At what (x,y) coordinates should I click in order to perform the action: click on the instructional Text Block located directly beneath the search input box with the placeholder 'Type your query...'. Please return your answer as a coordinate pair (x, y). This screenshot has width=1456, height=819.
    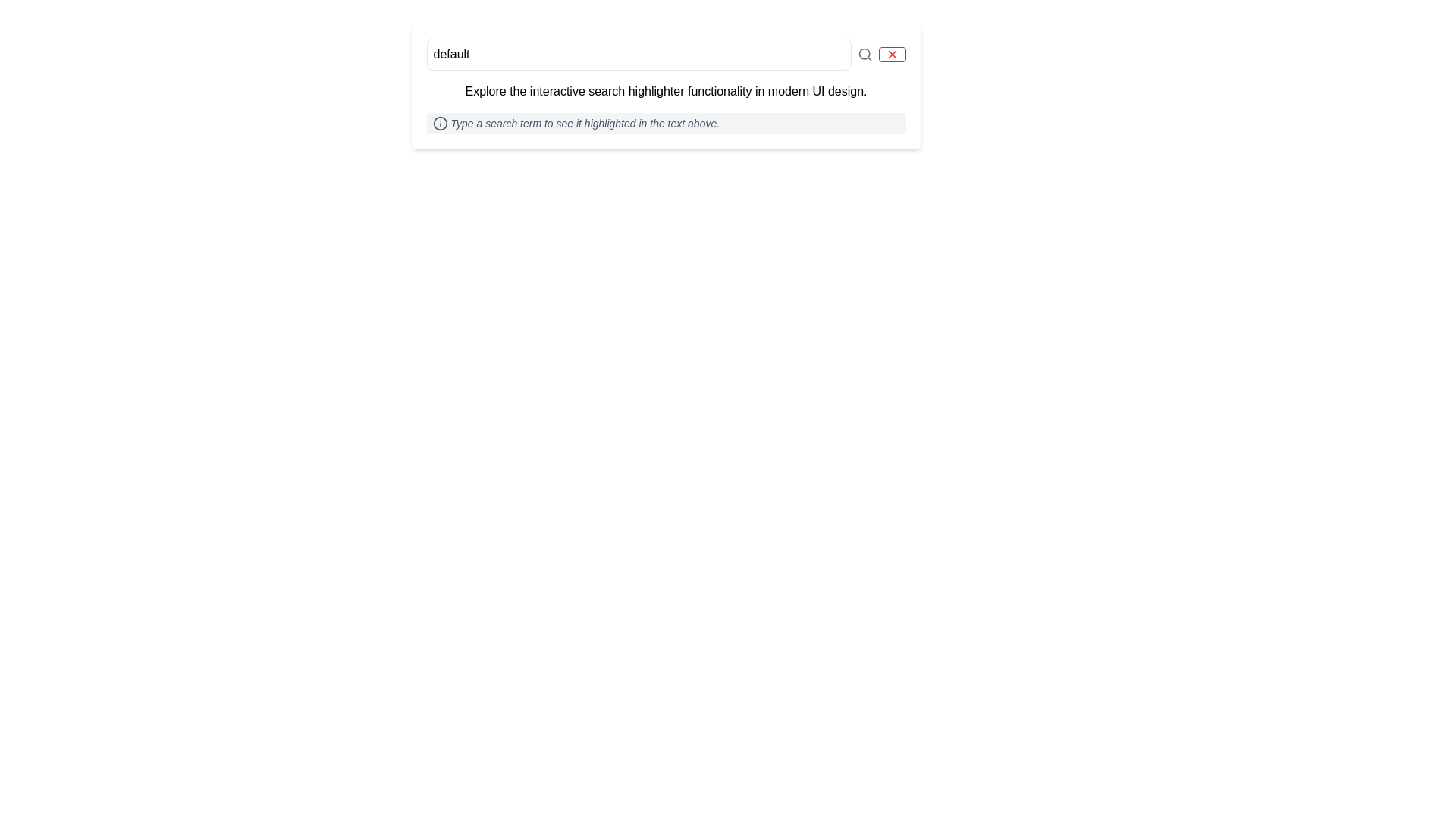
    Looking at the image, I should click on (666, 91).